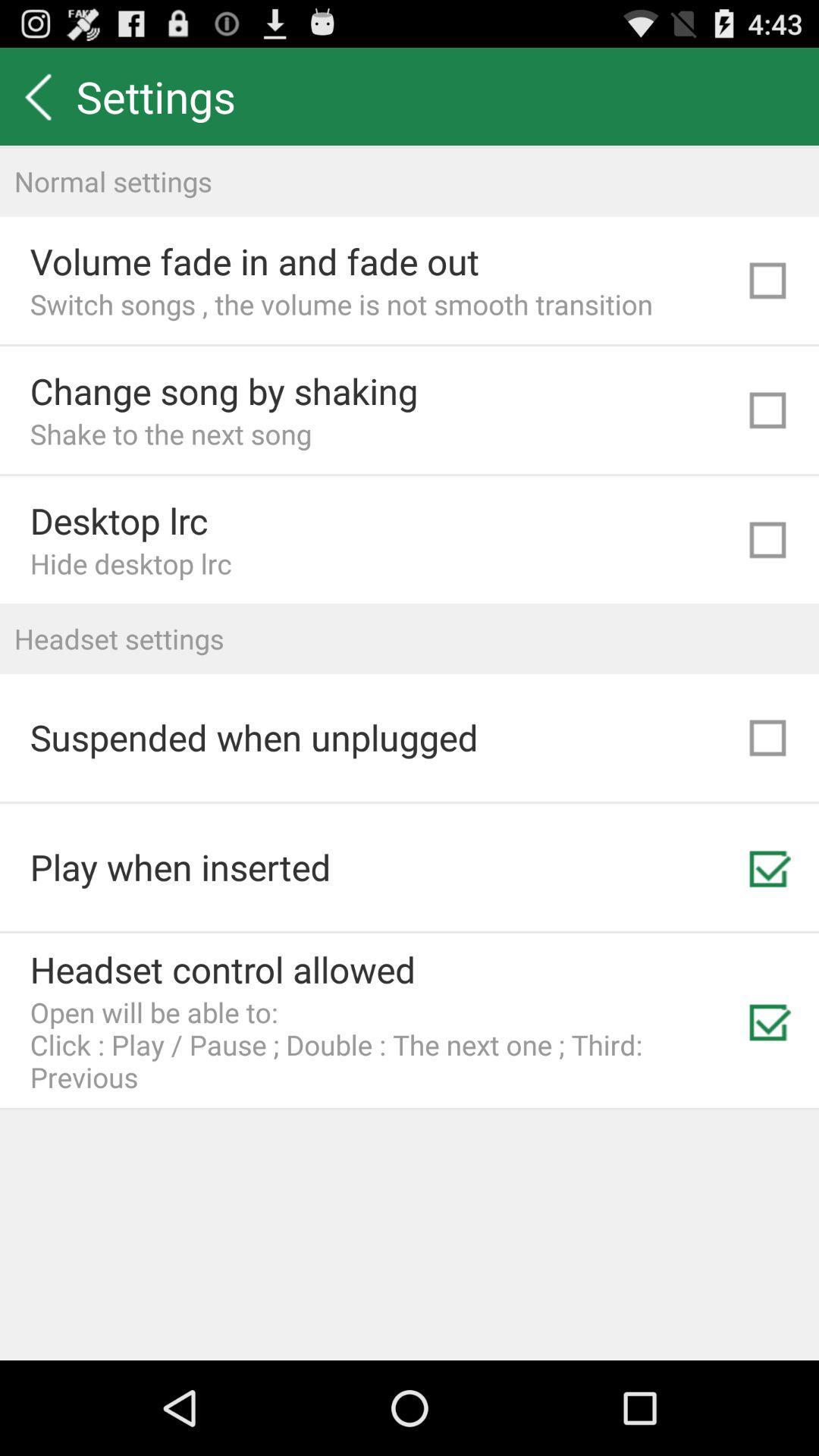 This screenshot has width=819, height=1456. I want to click on switch songs the item, so click(341, 303).